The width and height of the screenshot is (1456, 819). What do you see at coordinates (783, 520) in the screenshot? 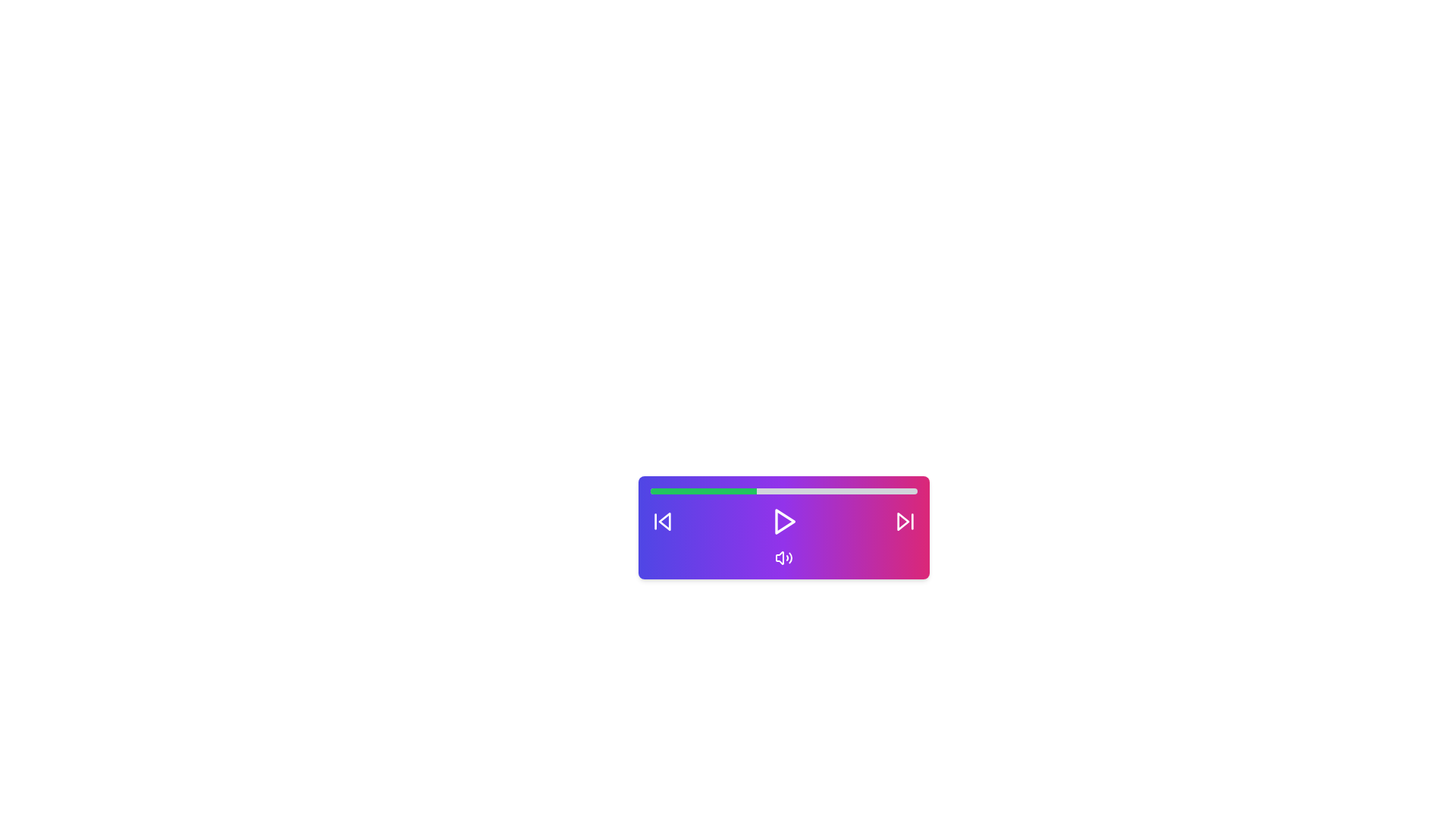
I see `the play button to toggle playback` at bounding box center [783, 520].